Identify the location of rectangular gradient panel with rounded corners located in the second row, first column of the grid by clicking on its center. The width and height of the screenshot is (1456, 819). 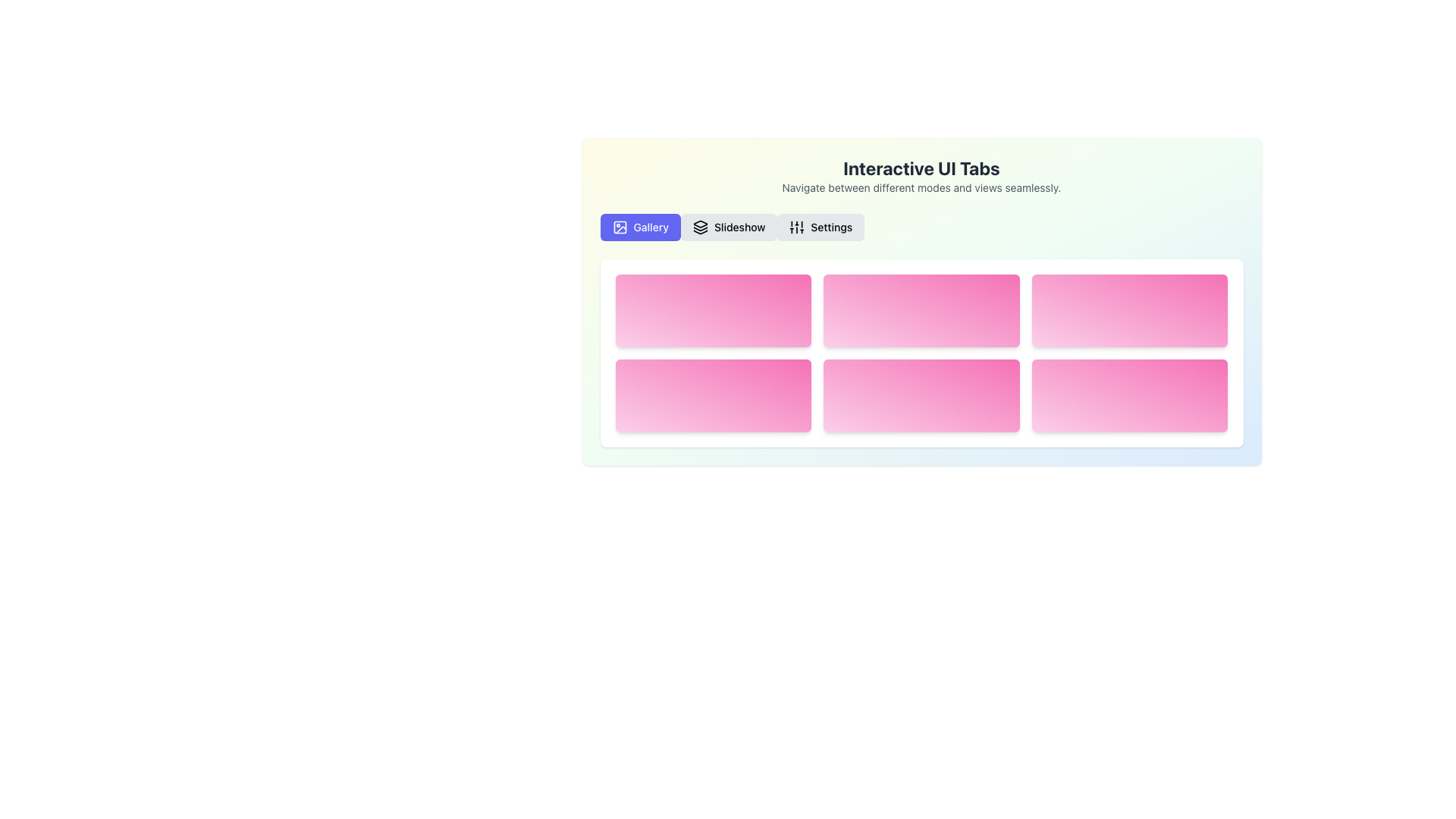
(712, 394).